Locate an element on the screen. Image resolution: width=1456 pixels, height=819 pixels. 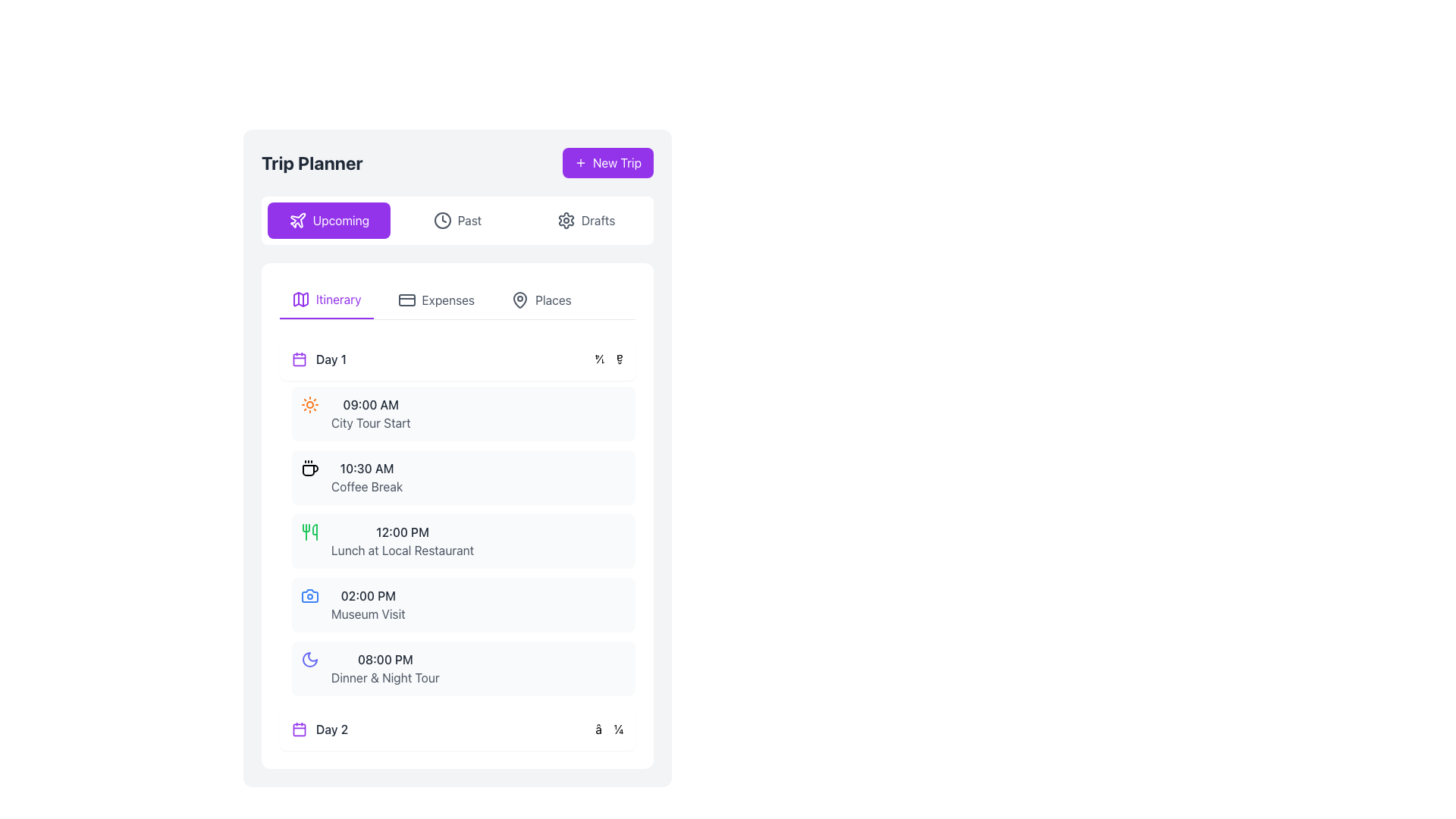
the text label displaying '02:00 PM' in gray, located in the 'Itinerary' section under 'Day 1', above 'Museum Visit' is located at coordinates (368, 595).